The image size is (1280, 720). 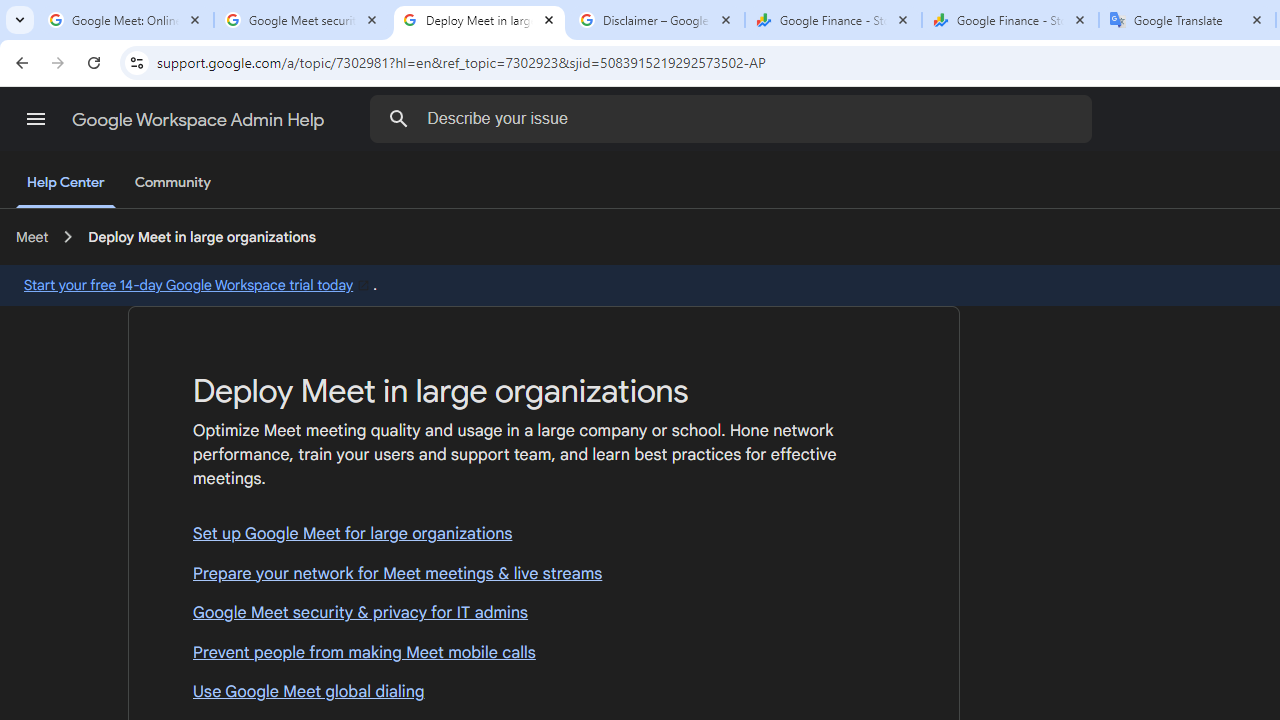 What do you see at coordinates (399, 118) in the screenshot?
I see `'Search Help Center'` at bounding box center [399, 118].